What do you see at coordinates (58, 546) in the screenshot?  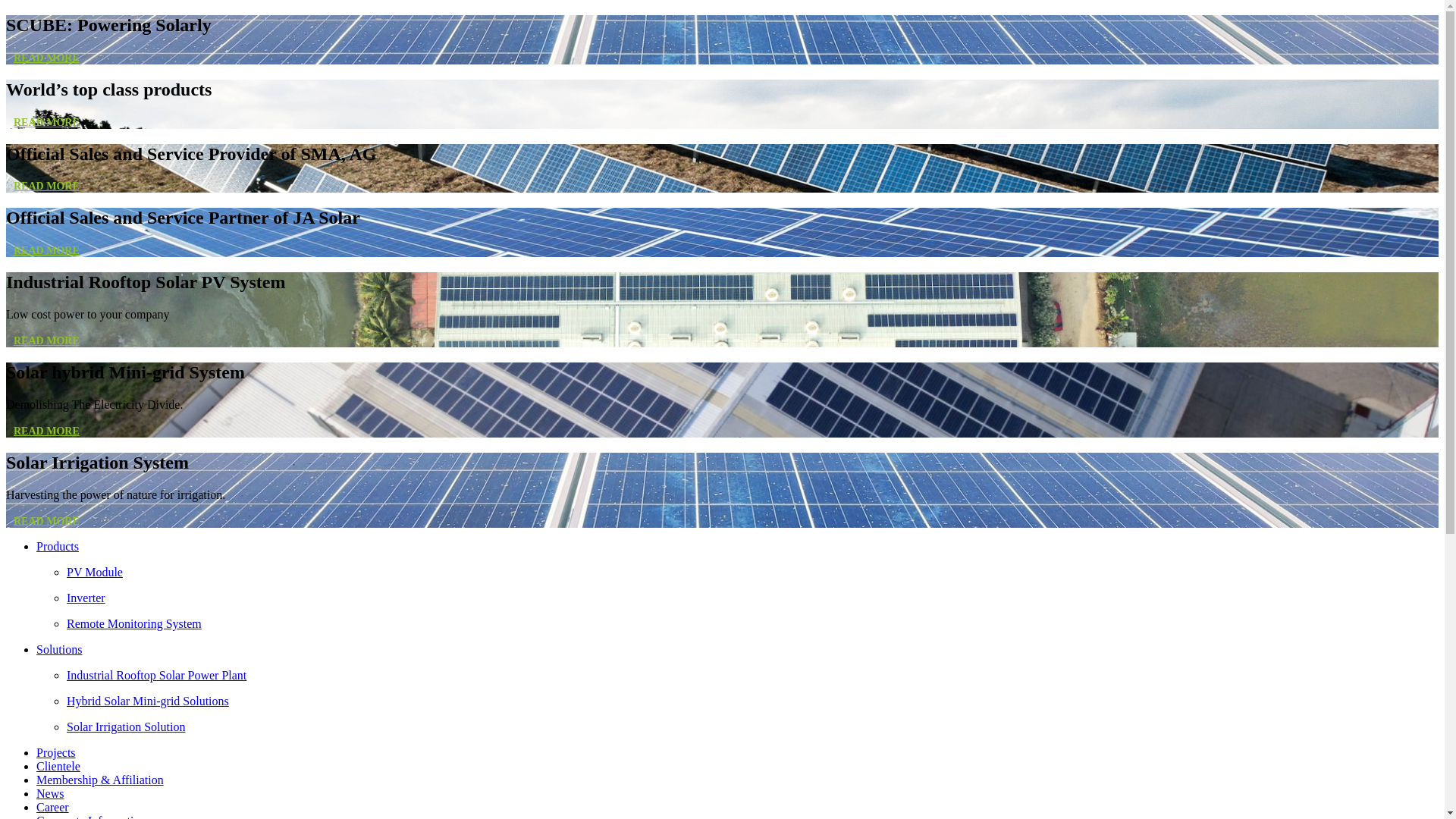 I see `'Products'` at bounding box center [58, 546].